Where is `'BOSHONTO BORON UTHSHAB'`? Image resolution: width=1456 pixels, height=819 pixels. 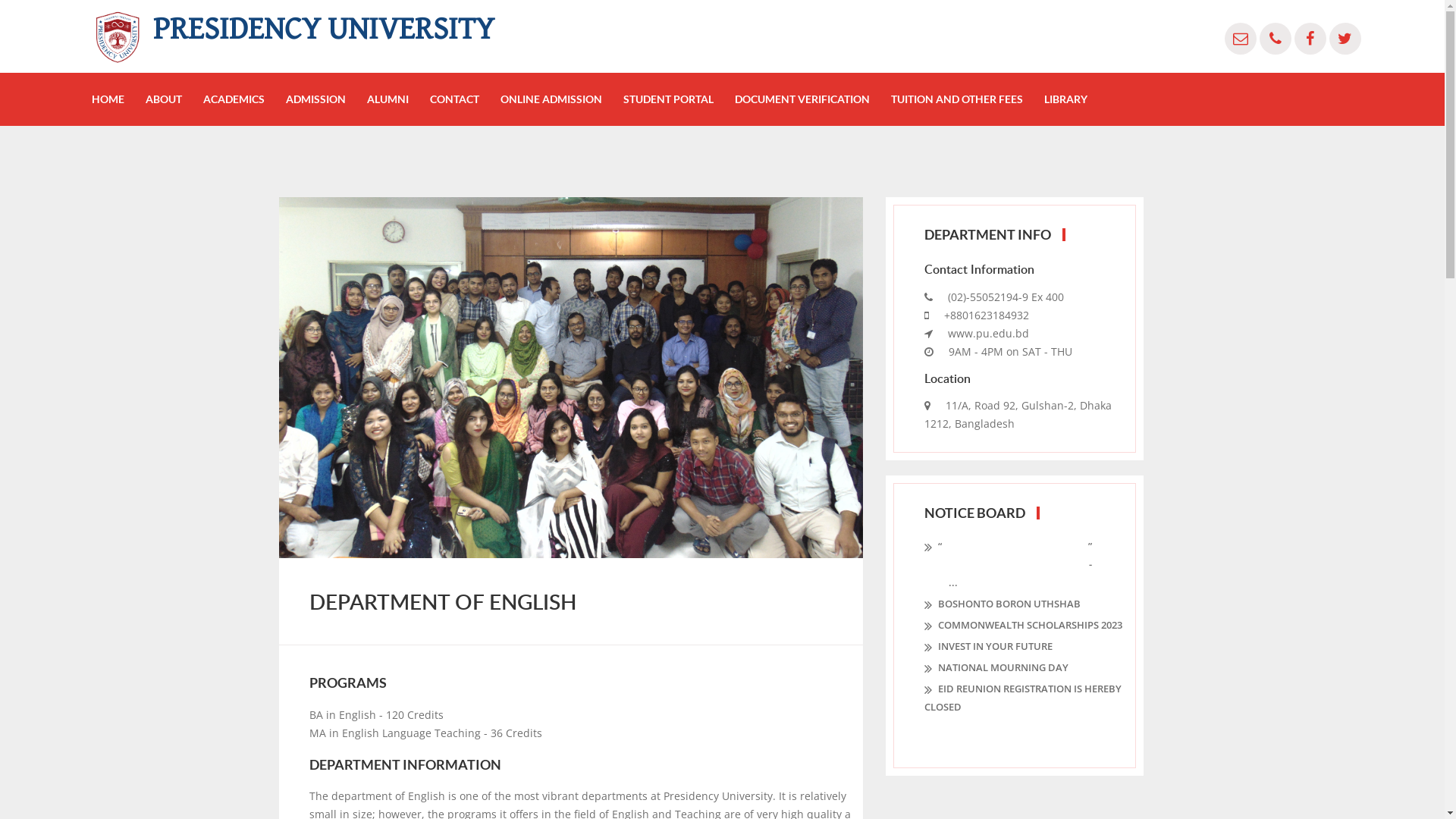 'BOSHONTO BORON UTHSHAB' is located at coordinates (1001, 602).